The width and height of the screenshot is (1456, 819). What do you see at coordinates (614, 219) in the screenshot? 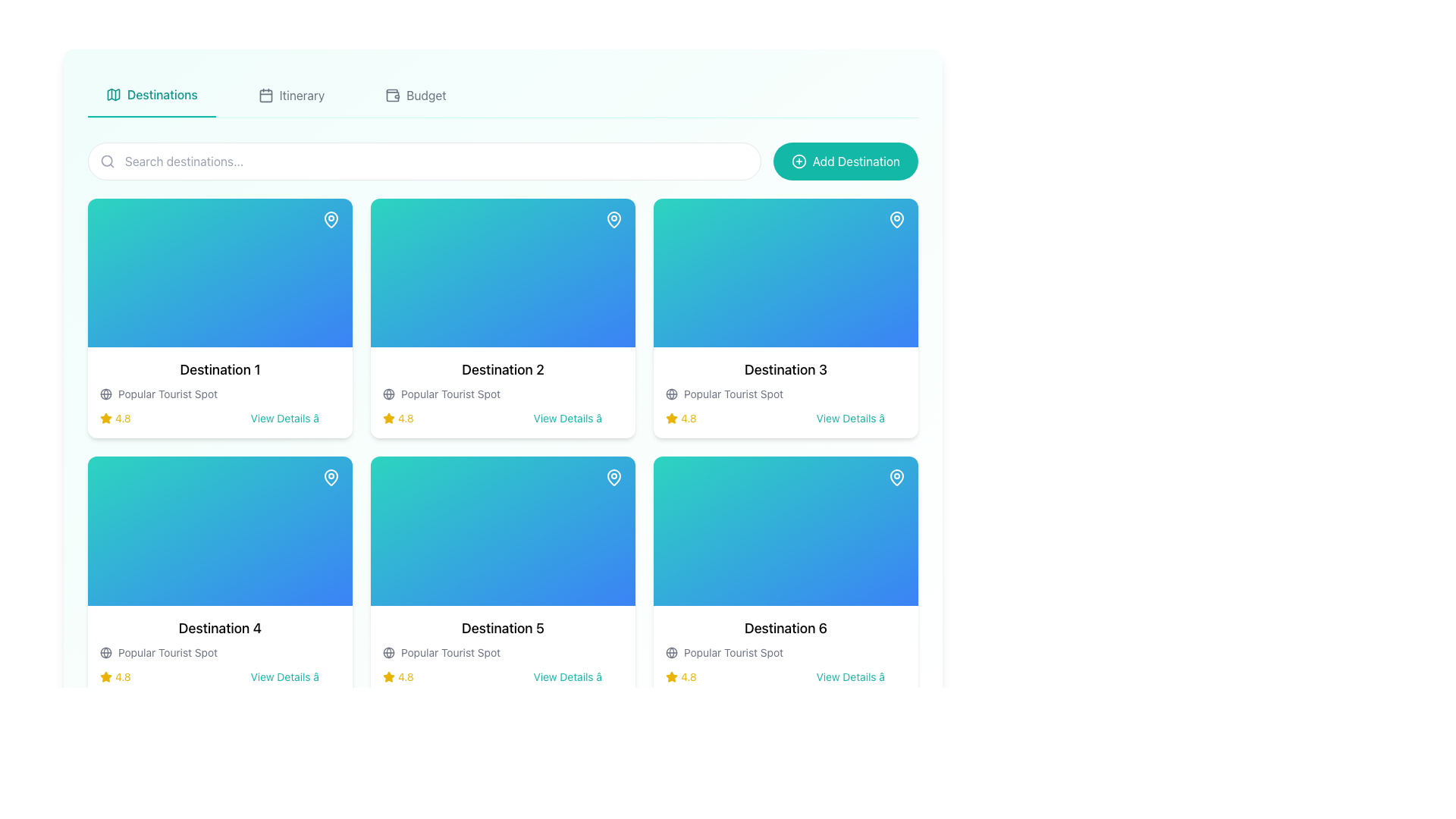
I see `the minimalistic map pin icon located at the top-right corner inside the blue-gradient card labeled 'Destination 2'` at bounding box center [614, 219].